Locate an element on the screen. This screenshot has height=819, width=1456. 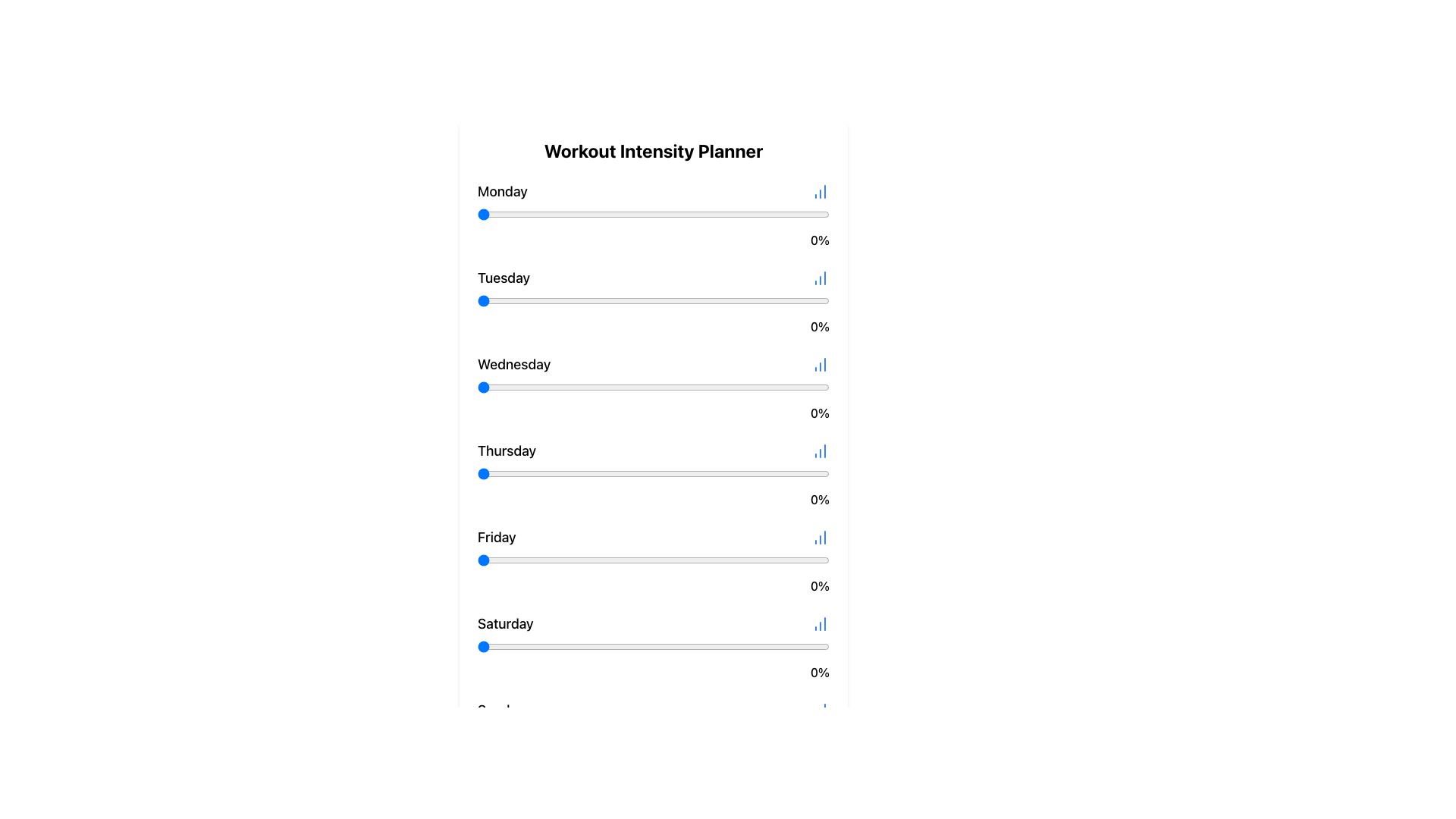
the bar chart icon, which is positioned to the right of the text 'Monday' in the first section of the vertically arranged list is located at coordinates (819, 191).